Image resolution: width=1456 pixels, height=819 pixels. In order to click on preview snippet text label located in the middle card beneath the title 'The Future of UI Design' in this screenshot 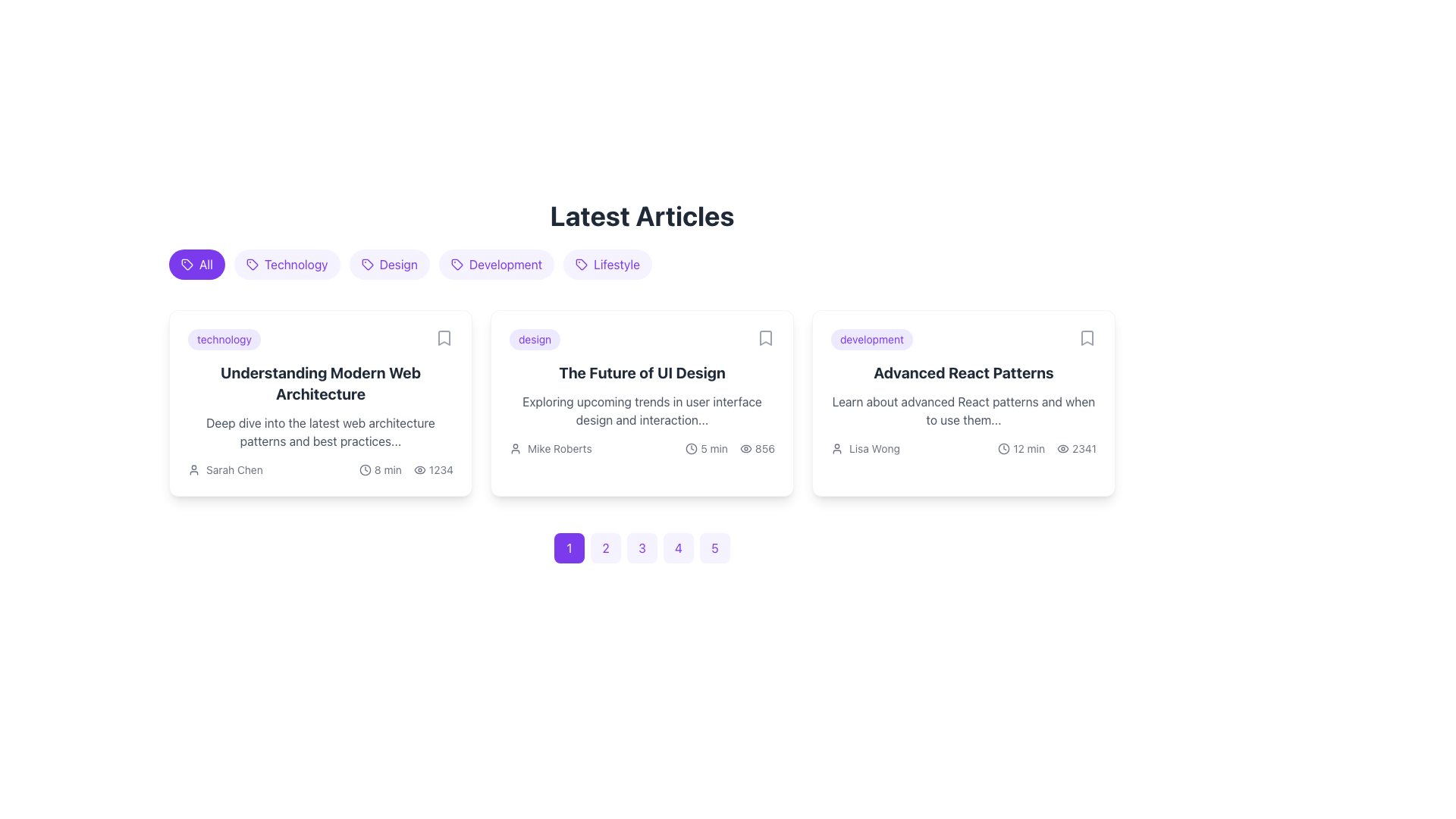, I will do `click(642, 411)`.